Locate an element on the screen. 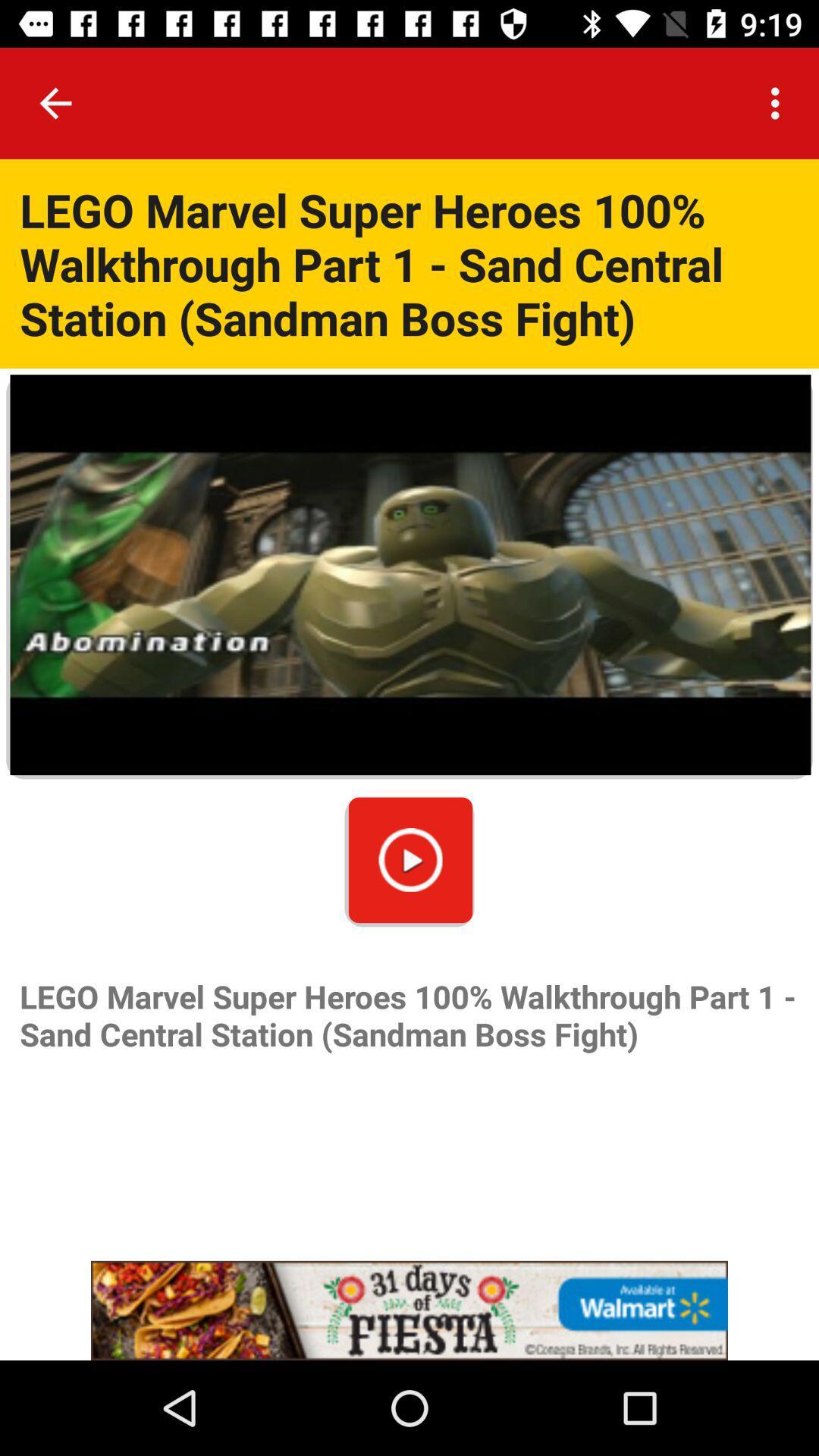  the play icon is located at coordinates (410, 859).